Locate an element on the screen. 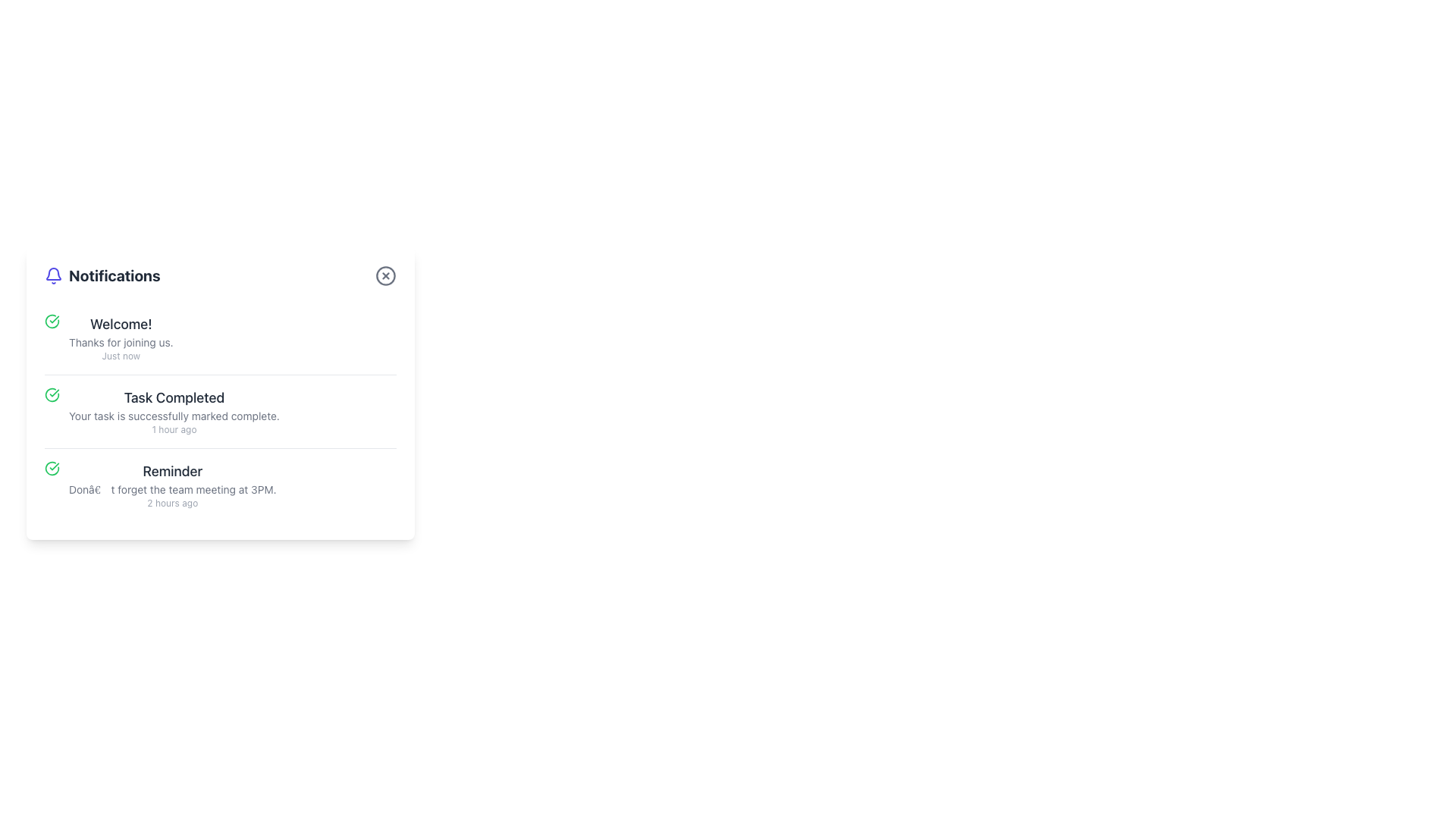 Image resolution: width=1456 pixels, height=819 pixels. the text label that reads '1 hour ago', which is styled in a small font size and light gray color, located at the bottom of the notification entry titled 'Task Completed' is located at coordinates (174, 430).